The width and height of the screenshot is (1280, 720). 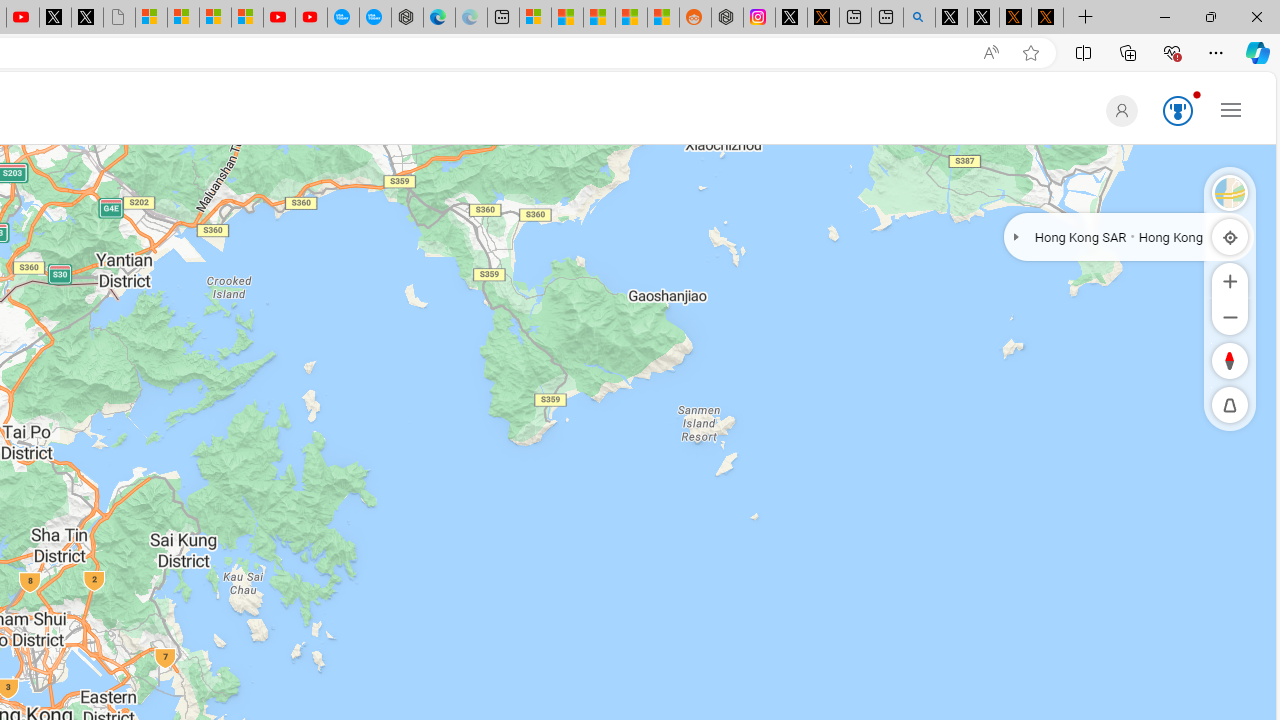 What do you see at coordinates (918, 17) in the screenshot?
I see `'github - Search'` at bounding box center [918, 17].